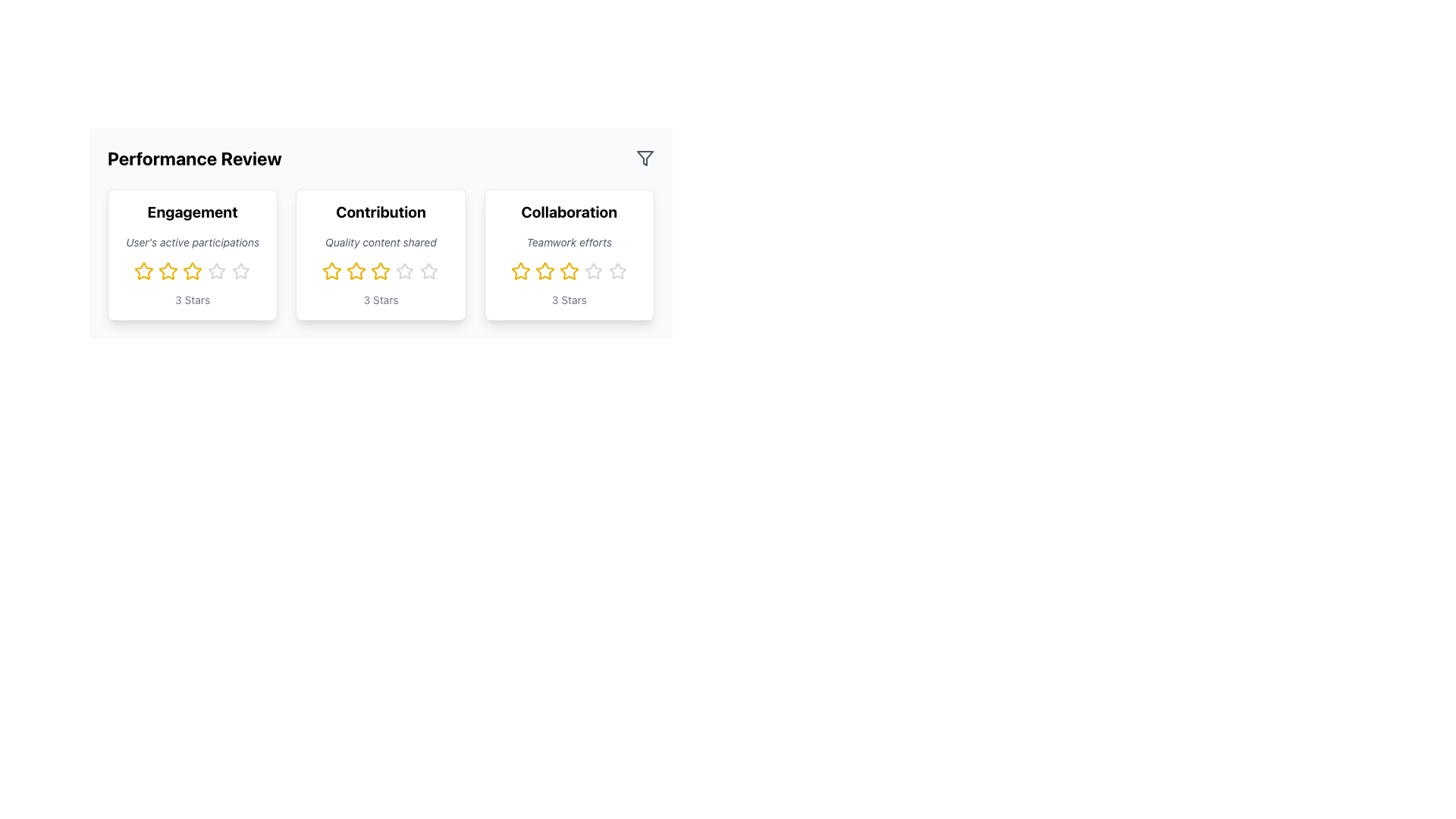 The width and height of the screenshot is (1456, 819). I want to click on the fifth star icon in the rating system under the 'Collaboration' card in the 'Performance Review' section for visual feedback, so click(617, 270).